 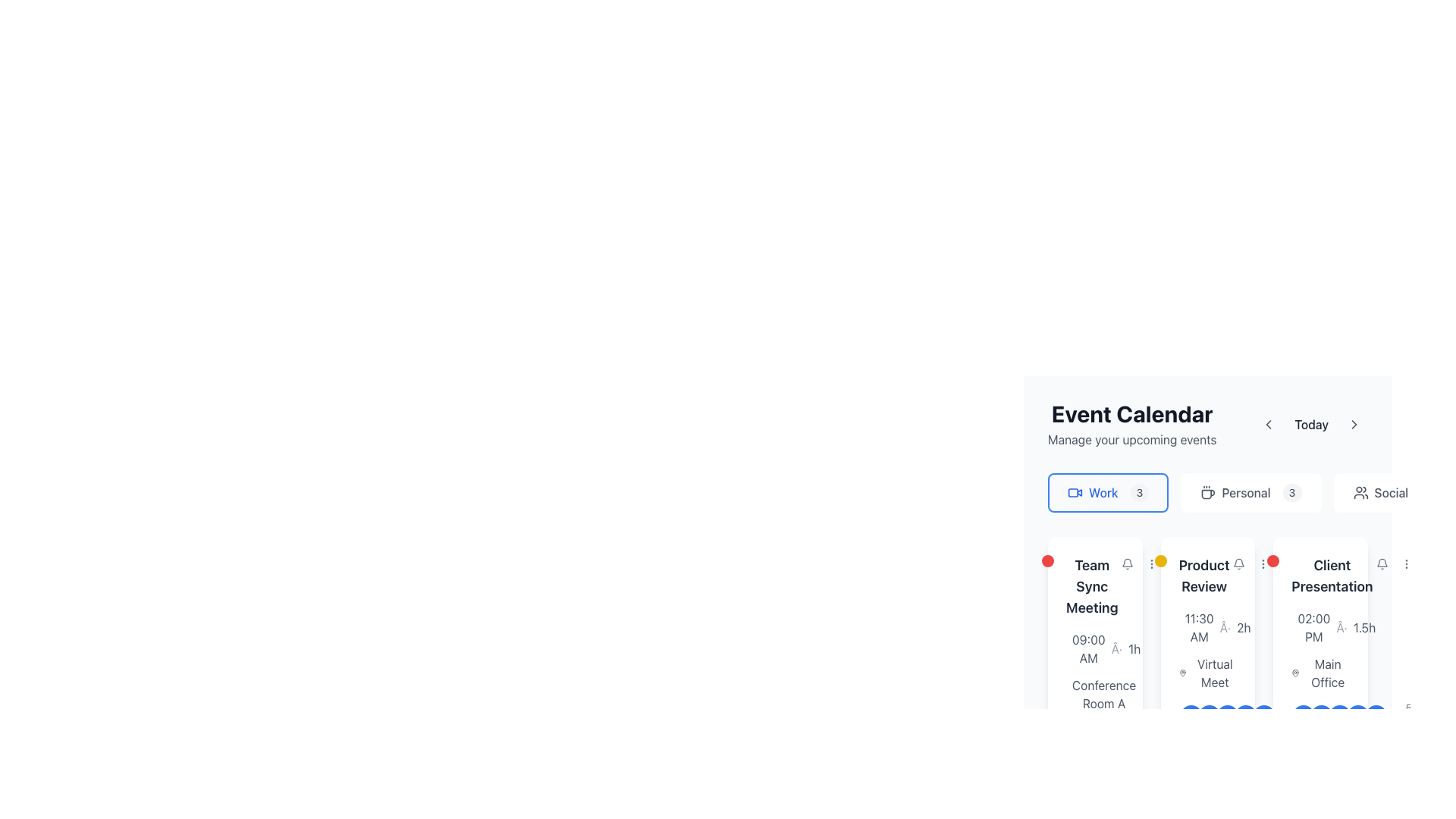 I want to click on the chevron icon located to the right of the 'Today' text in the header section of the calendar interface, so click(x=1354, y=424).